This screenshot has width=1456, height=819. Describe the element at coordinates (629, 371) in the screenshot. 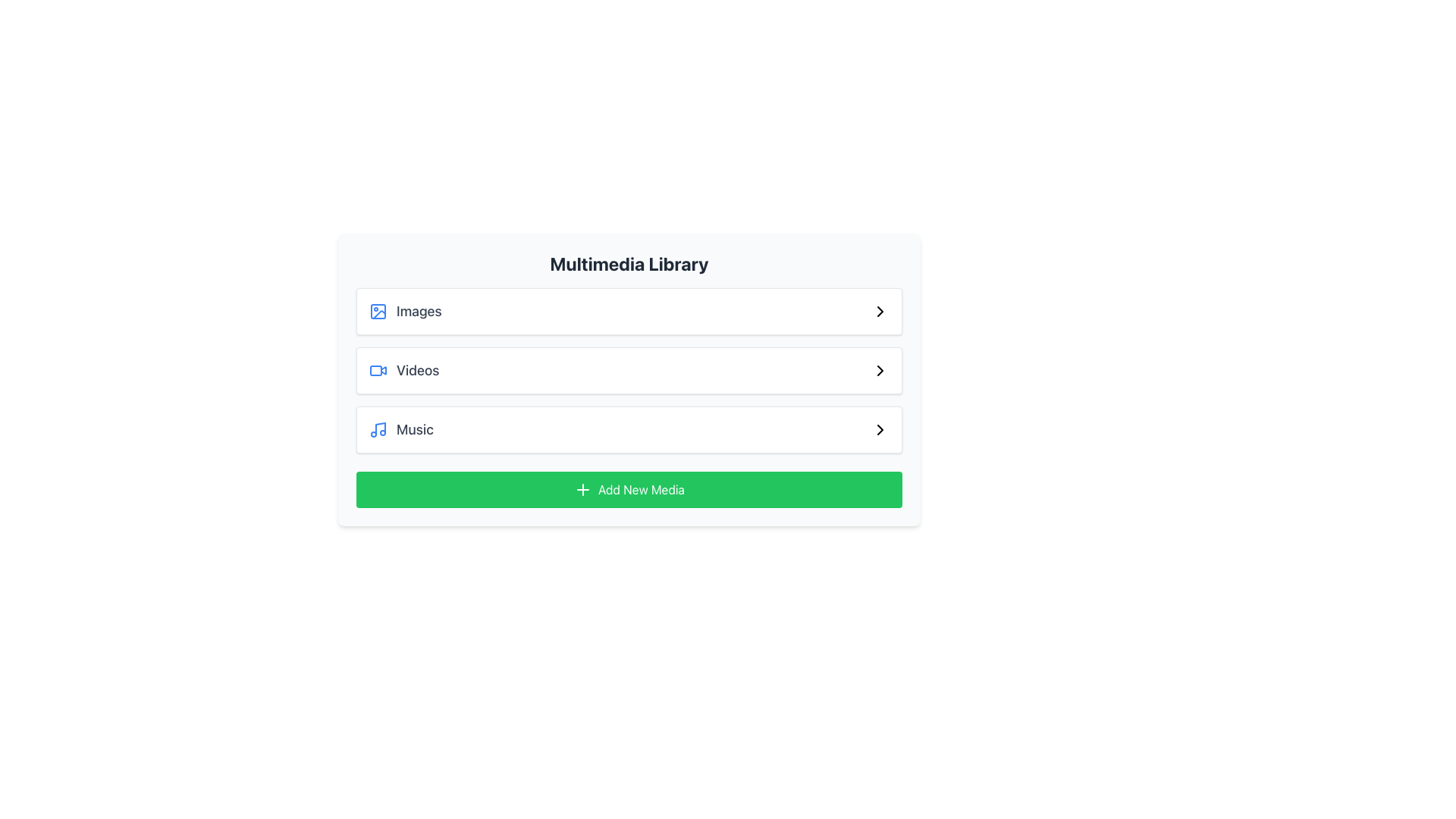

I see `the 'Videos' menu item` at that location.